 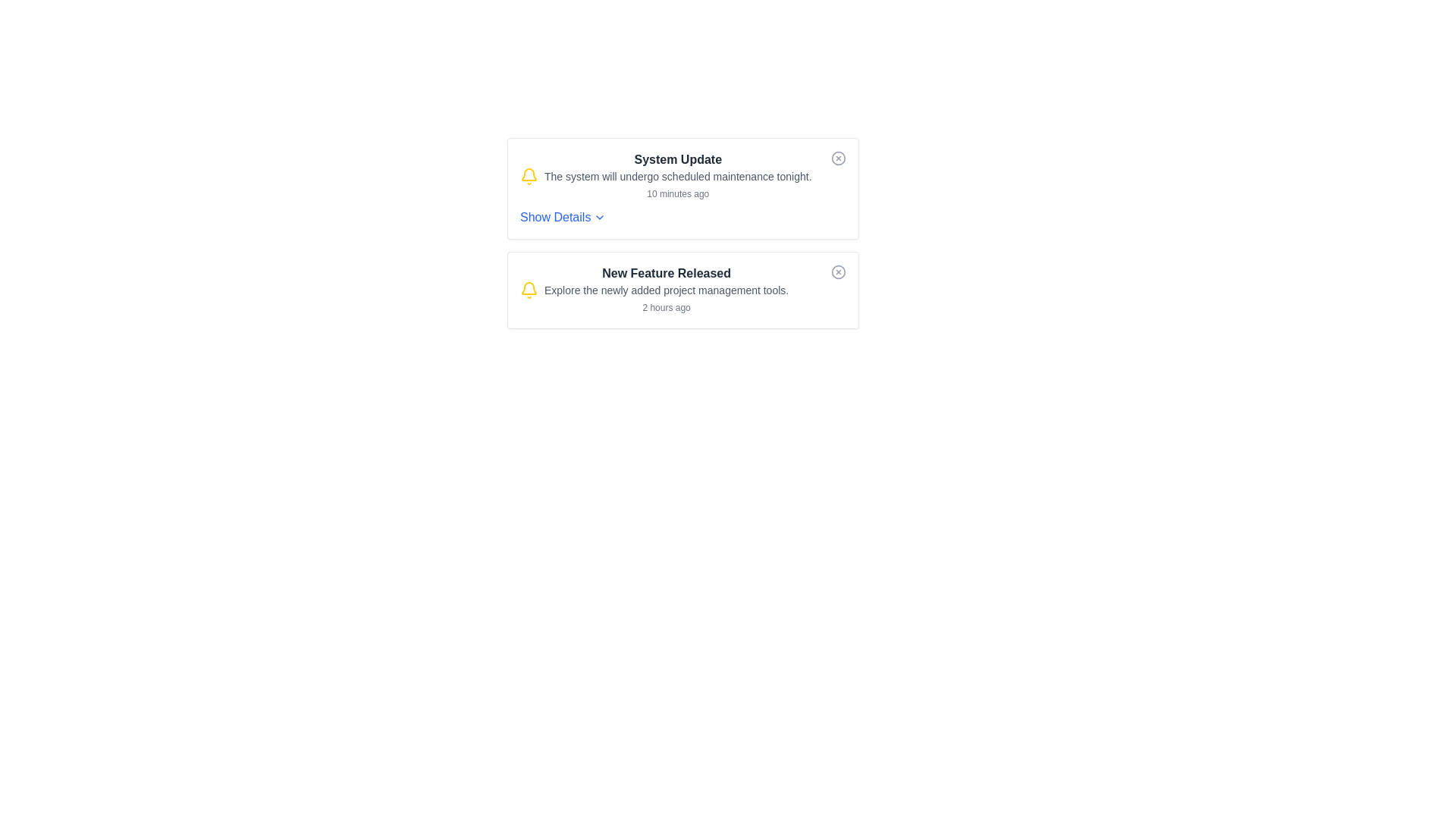 What do you see at coordinates (529, 288) in the screenshot?
I see `the decorative part of the notification icon, which is the bottom inner portion of the bell icon located to the left of the 'System Update' notification text` at bounding box center [529, 288].